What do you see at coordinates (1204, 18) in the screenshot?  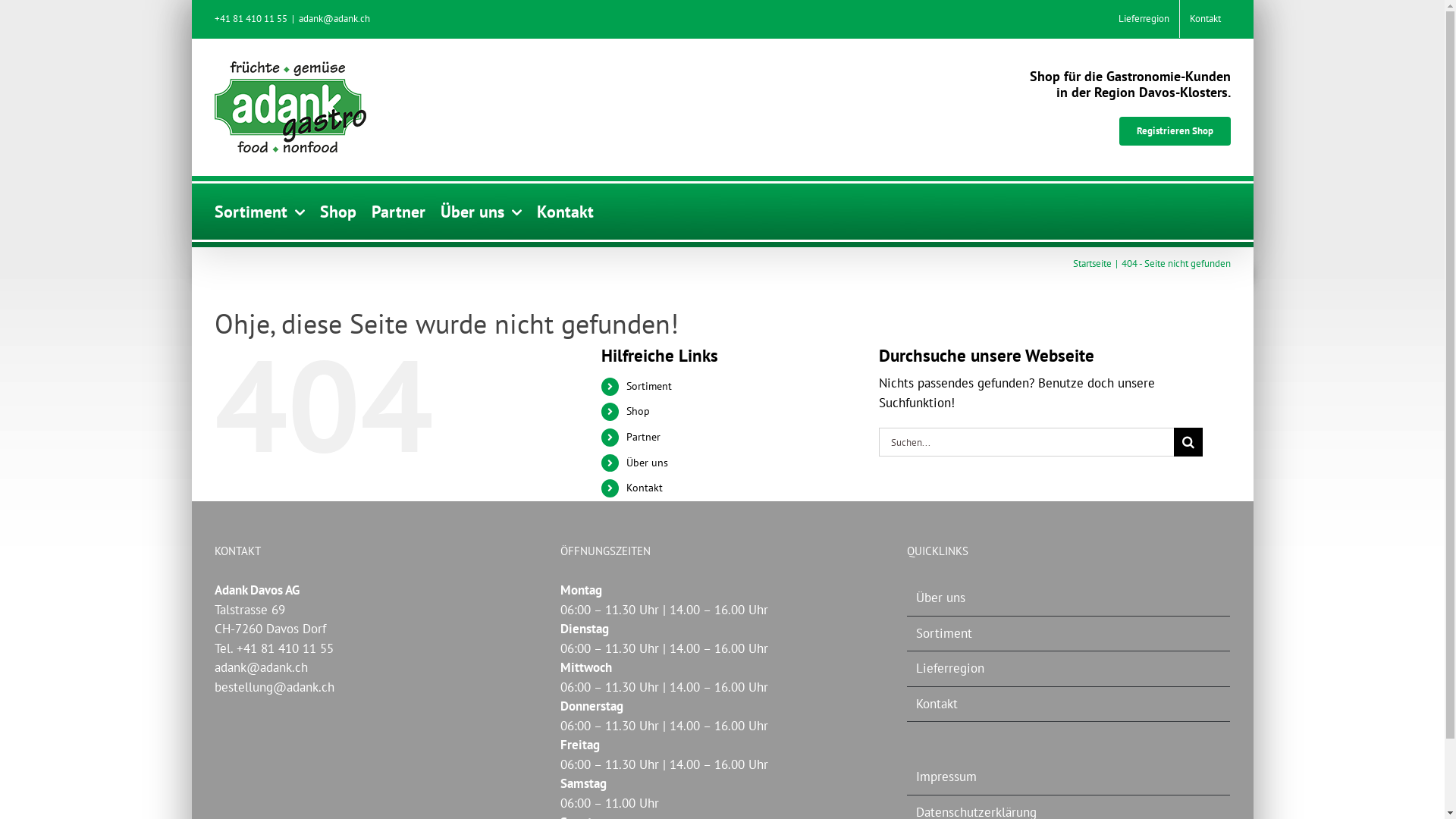 I see `'Kontakt'` at bounding box center [1204, 18].